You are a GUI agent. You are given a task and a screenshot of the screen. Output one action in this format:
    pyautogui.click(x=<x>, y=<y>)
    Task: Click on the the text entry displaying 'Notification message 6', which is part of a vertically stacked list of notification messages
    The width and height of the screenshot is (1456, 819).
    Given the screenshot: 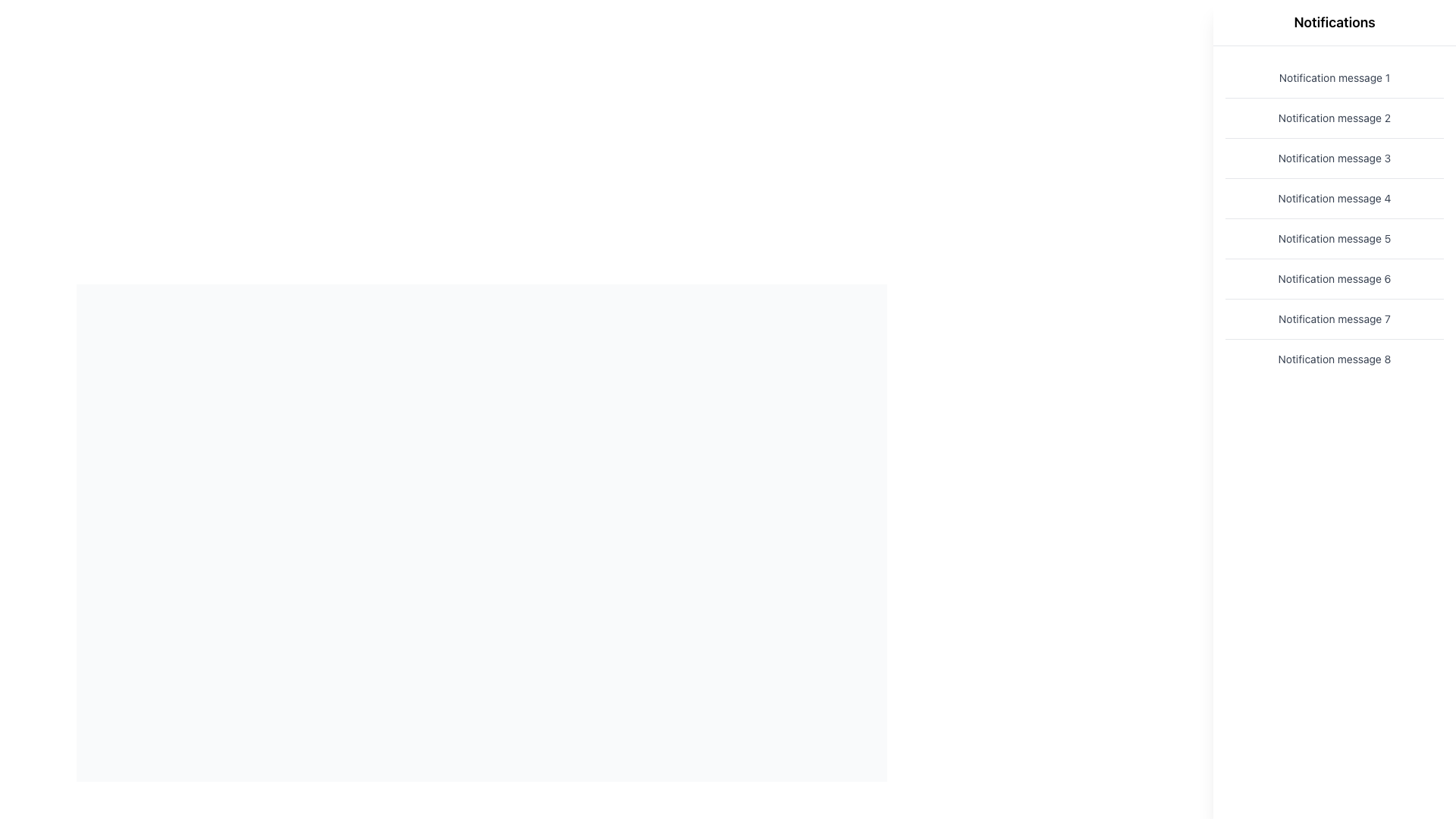 What is the action you would take?
    pyautogui.click(x=1335, y=278)
    